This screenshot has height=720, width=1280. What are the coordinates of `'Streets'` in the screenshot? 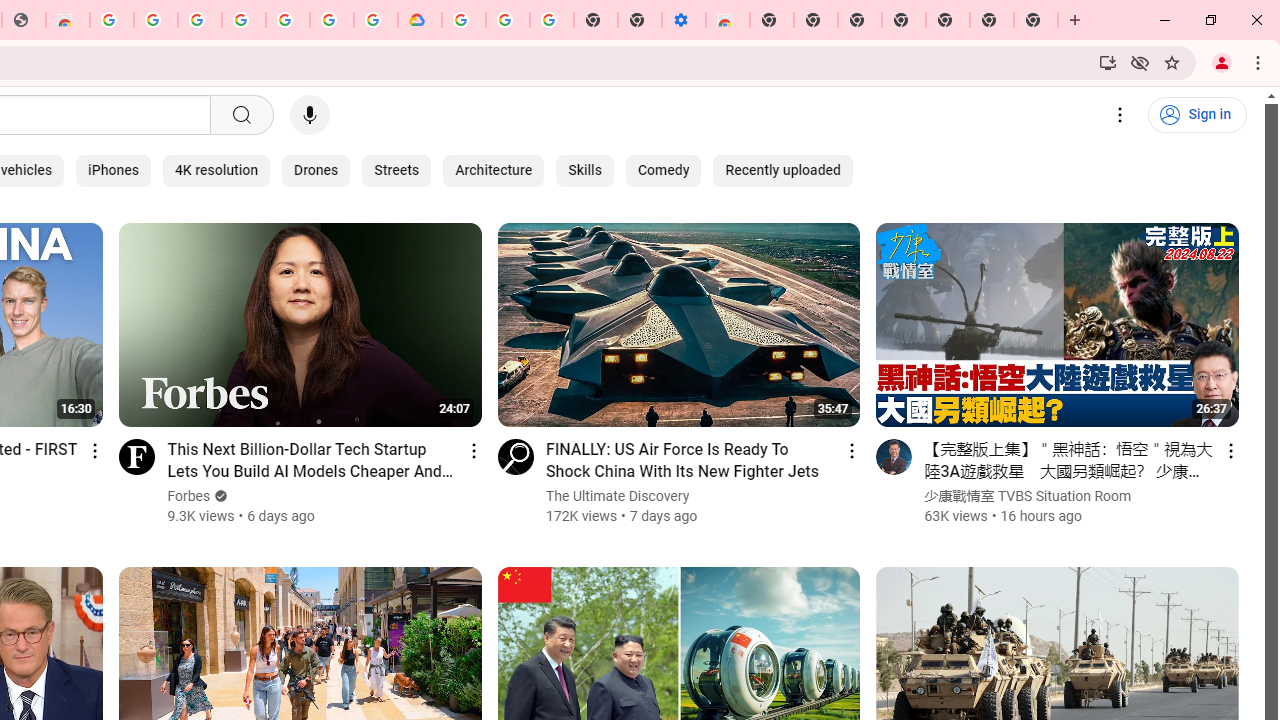 It's located at (397, 170).